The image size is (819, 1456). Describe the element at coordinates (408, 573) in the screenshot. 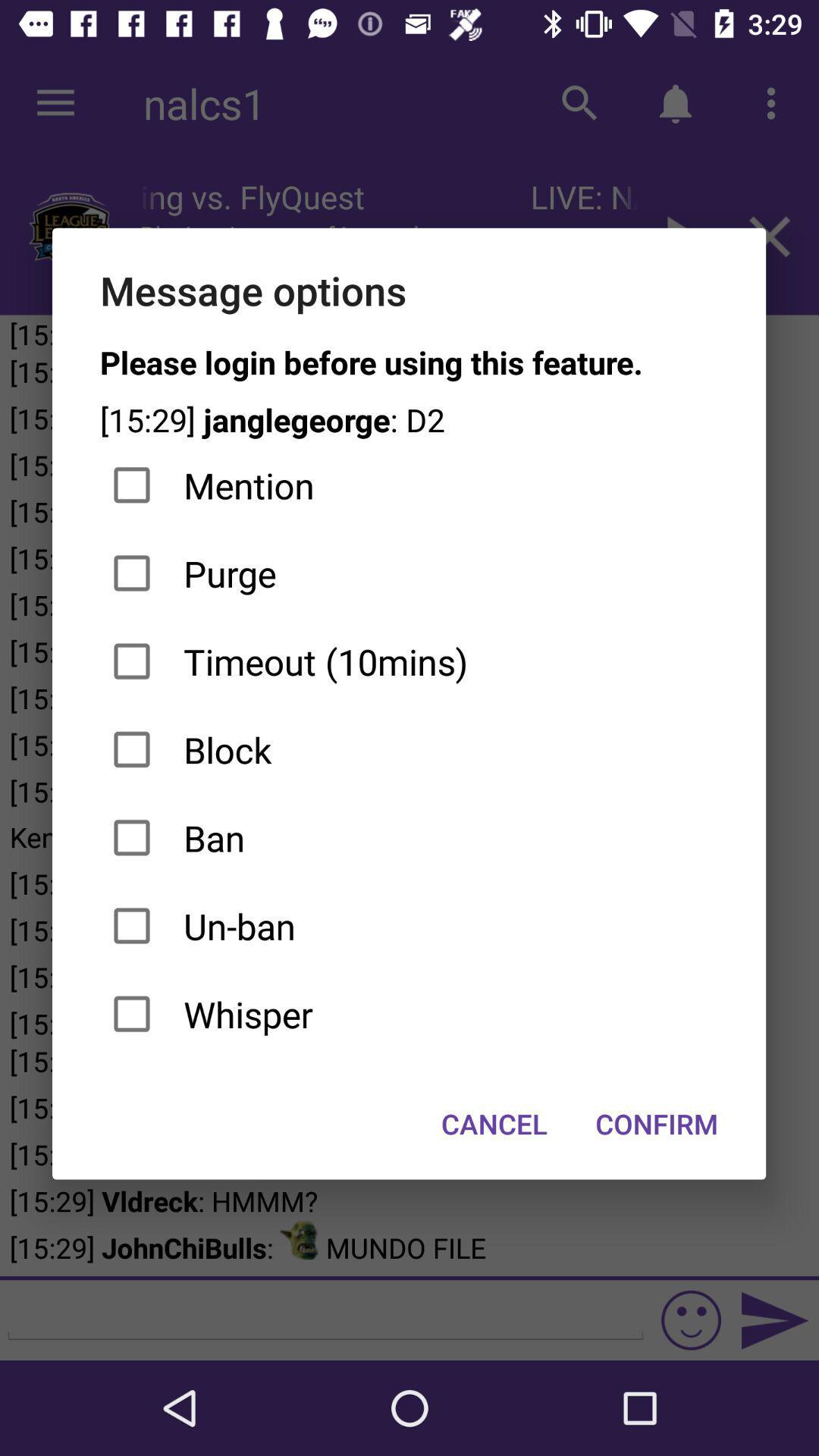

I see `the checkbox above timeout (10mins) icon` at that location.